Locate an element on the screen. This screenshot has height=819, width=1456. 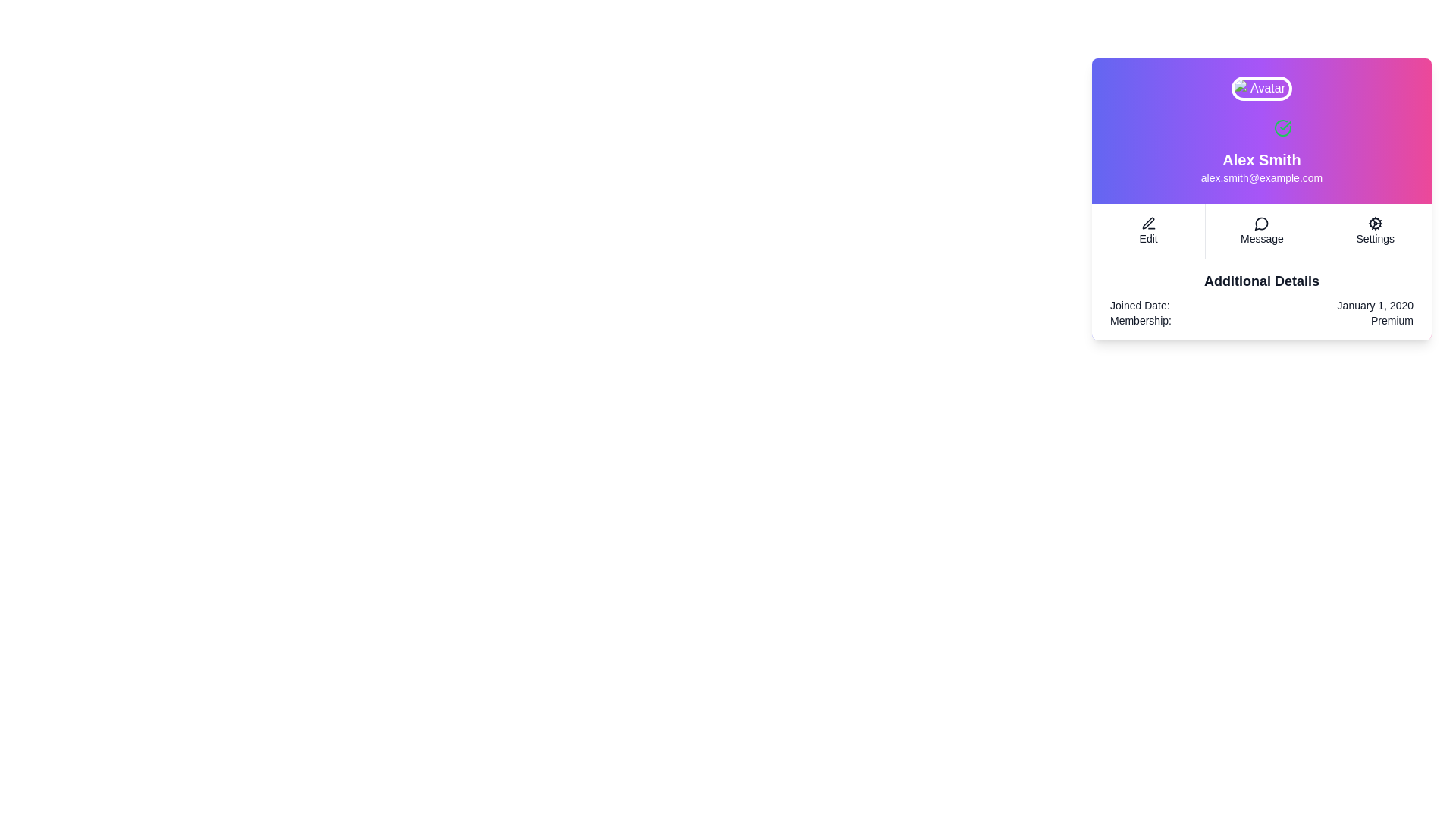
the verified status icon located at the bottom-right corner of the user's profile avatar within the profile card interface is located at coordinates (1282, 127).